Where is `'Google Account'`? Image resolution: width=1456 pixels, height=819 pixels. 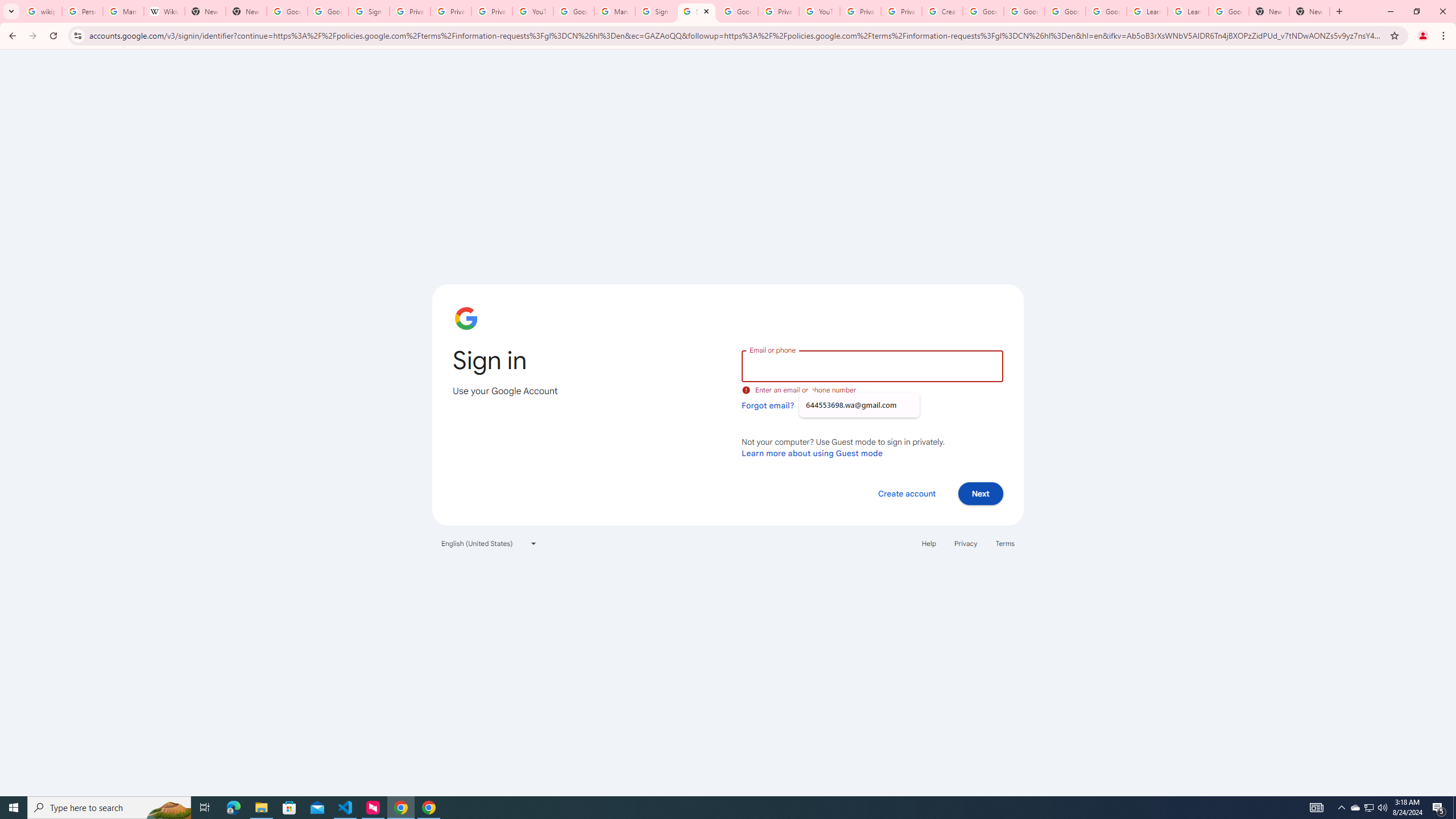
'Google Account' is located at coordinates (1228, 11).